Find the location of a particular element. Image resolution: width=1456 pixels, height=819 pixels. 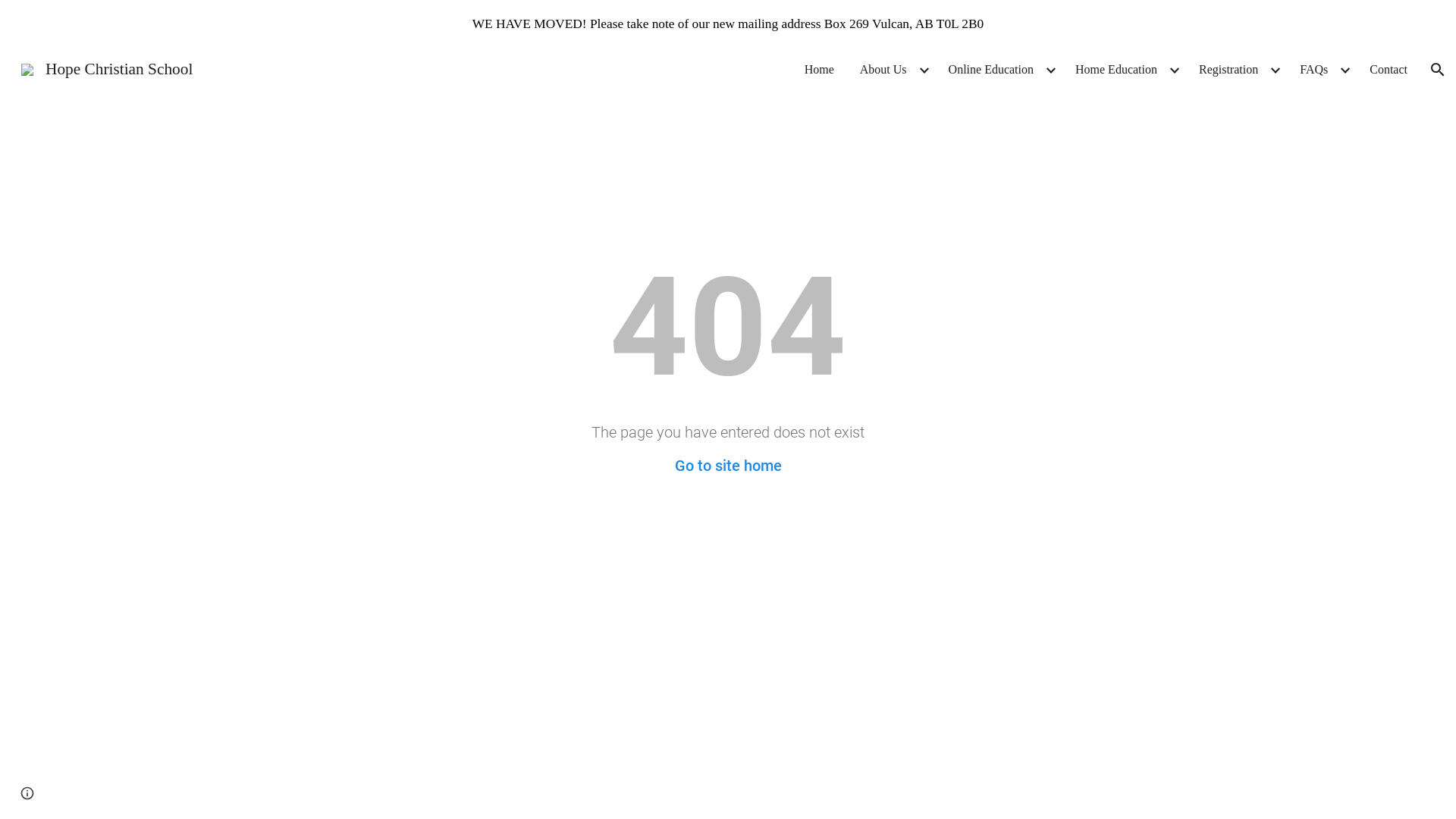

'Registration' is located at coordinates (1228, 70).